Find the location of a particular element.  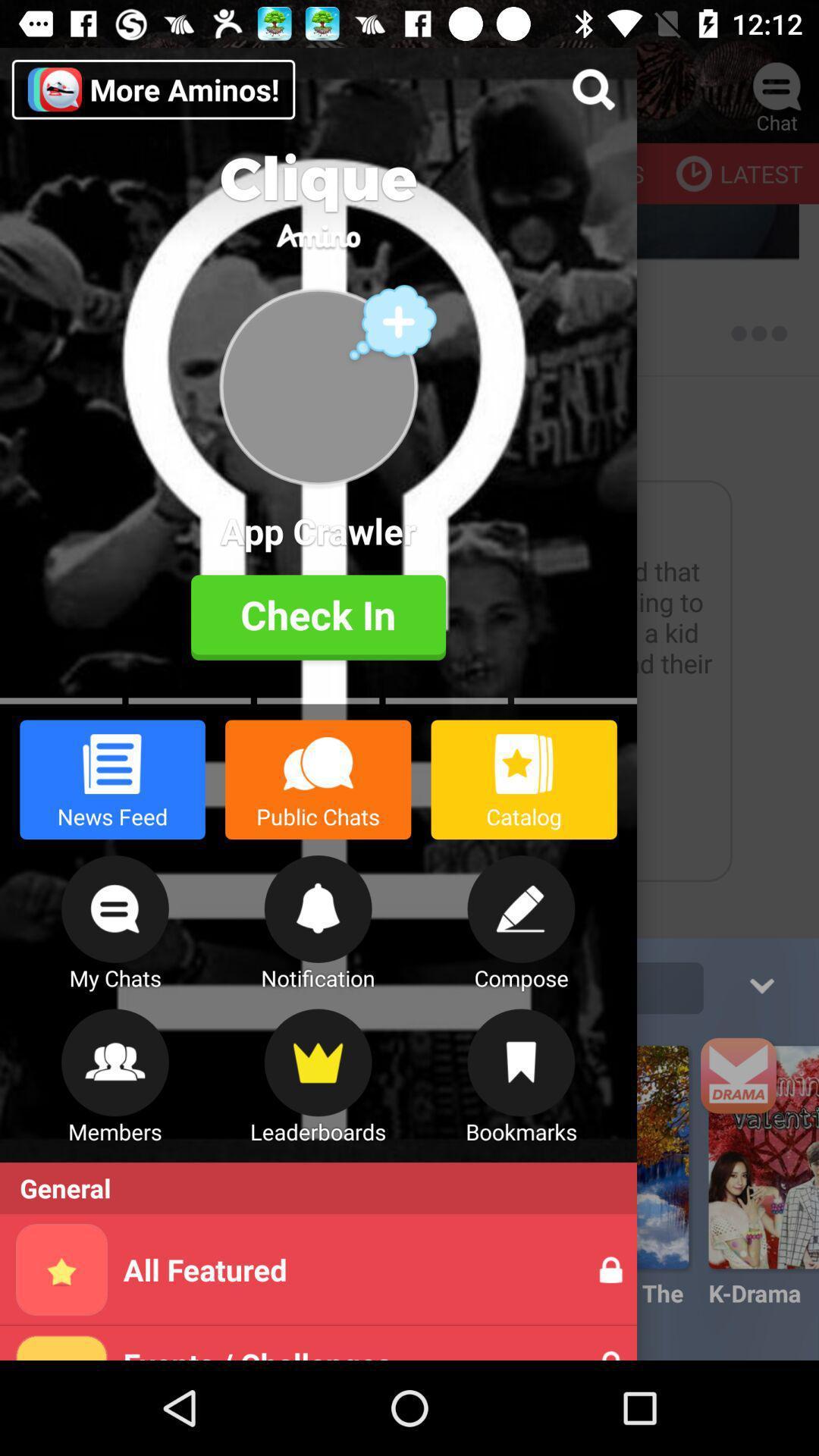

the expand_more icon is located at coordinates (761, 984).